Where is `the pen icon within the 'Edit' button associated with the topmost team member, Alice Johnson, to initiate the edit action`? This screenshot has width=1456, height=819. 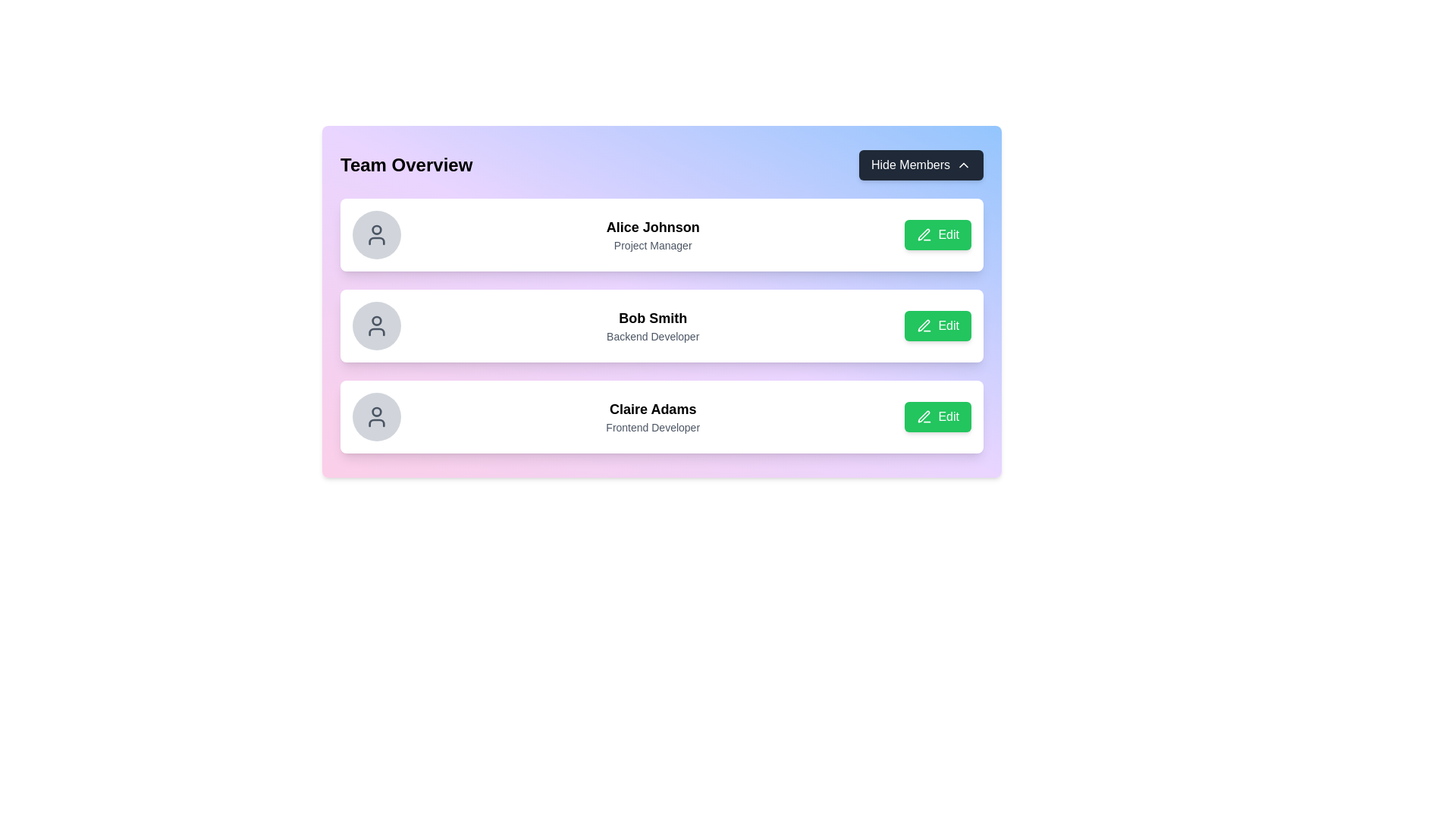
the pen icon within the 'Edit' button associated with the topmost team member, Alice Johnson, to initiate the edit action is located at coordinates (924, 234).